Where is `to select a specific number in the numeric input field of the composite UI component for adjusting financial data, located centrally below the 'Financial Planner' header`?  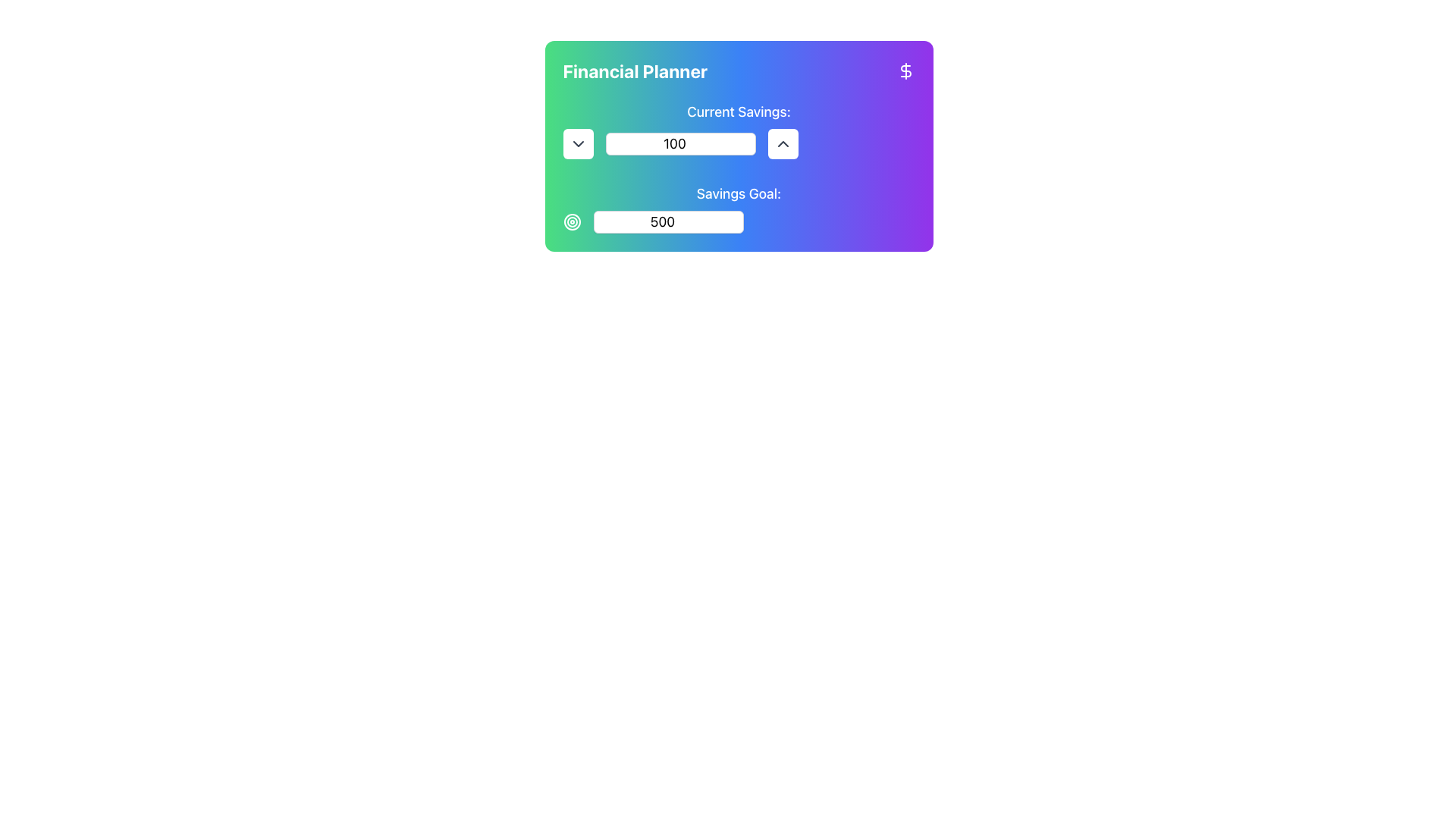 to select a specific number in the numeric input field of the composite UI component for adjusting financial data, located centrally below the 'Financial Planner' header is located at coordinates (739, 167).